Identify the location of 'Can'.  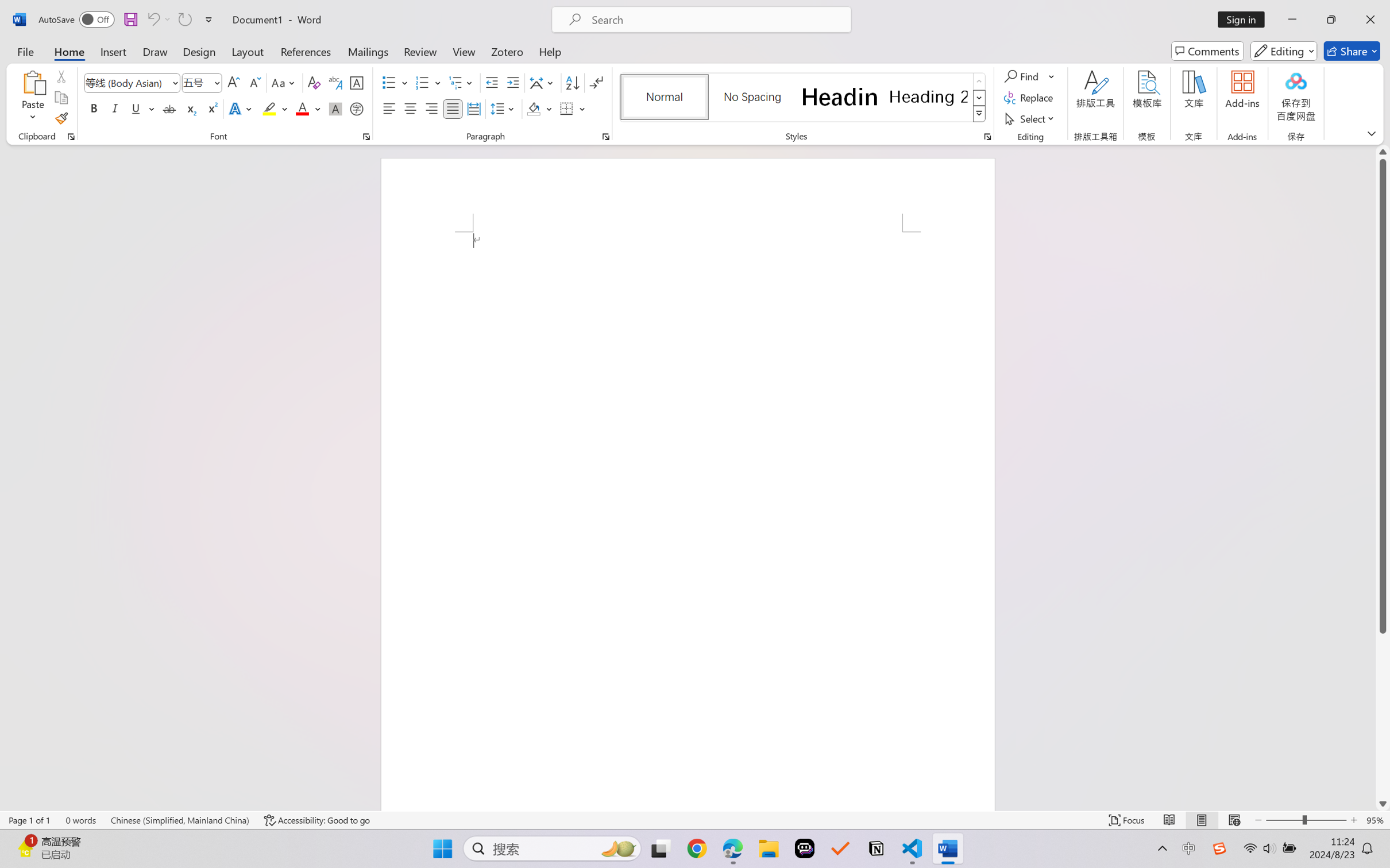
(157, 19).